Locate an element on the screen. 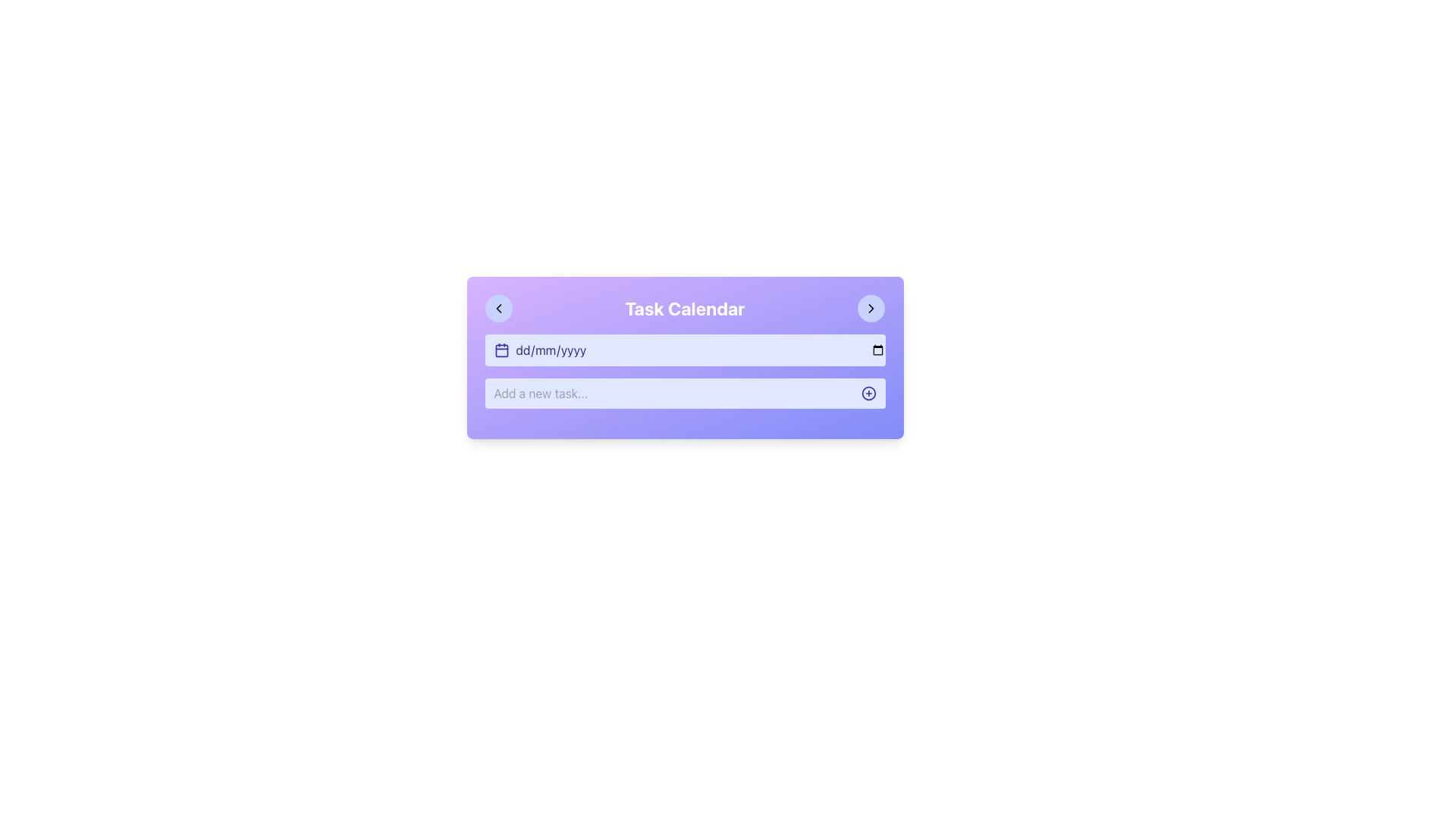 Image resolution: width=1456 pixels, height=819 pixels. the circular button with a light purple background and a left-facing chevron icon, located on the left side of the 'Task Calendar' header for additional interactions is located at coordinates (498, 308).